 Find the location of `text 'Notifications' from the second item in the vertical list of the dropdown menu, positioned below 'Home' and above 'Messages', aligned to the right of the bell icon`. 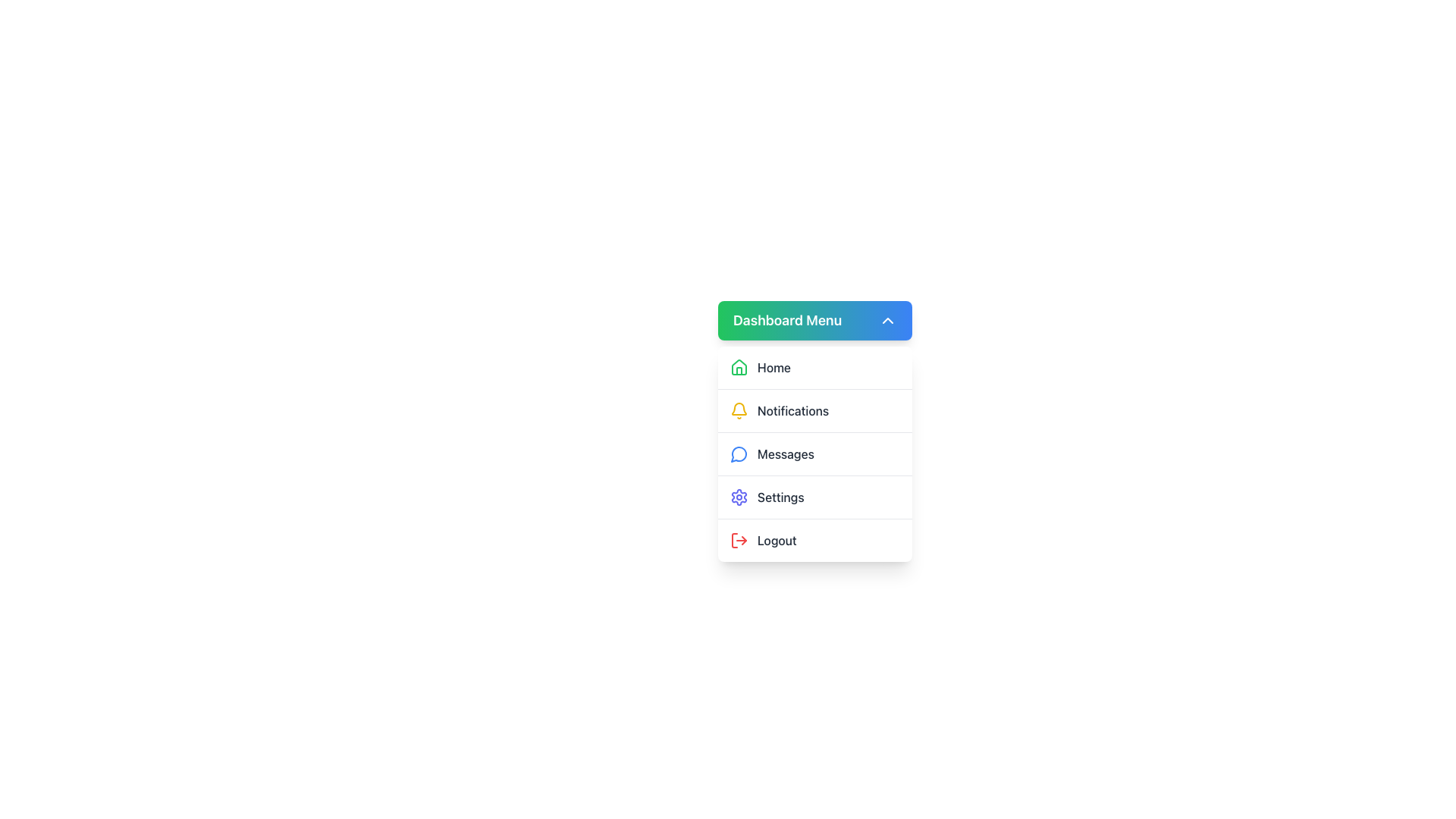

text 'Notifications' from the second item in the vertical list of the dropdown menu, positioned below 'Home' and above 'Messages', aligned to the right of the bell icon is located at coordinates (792, 411).